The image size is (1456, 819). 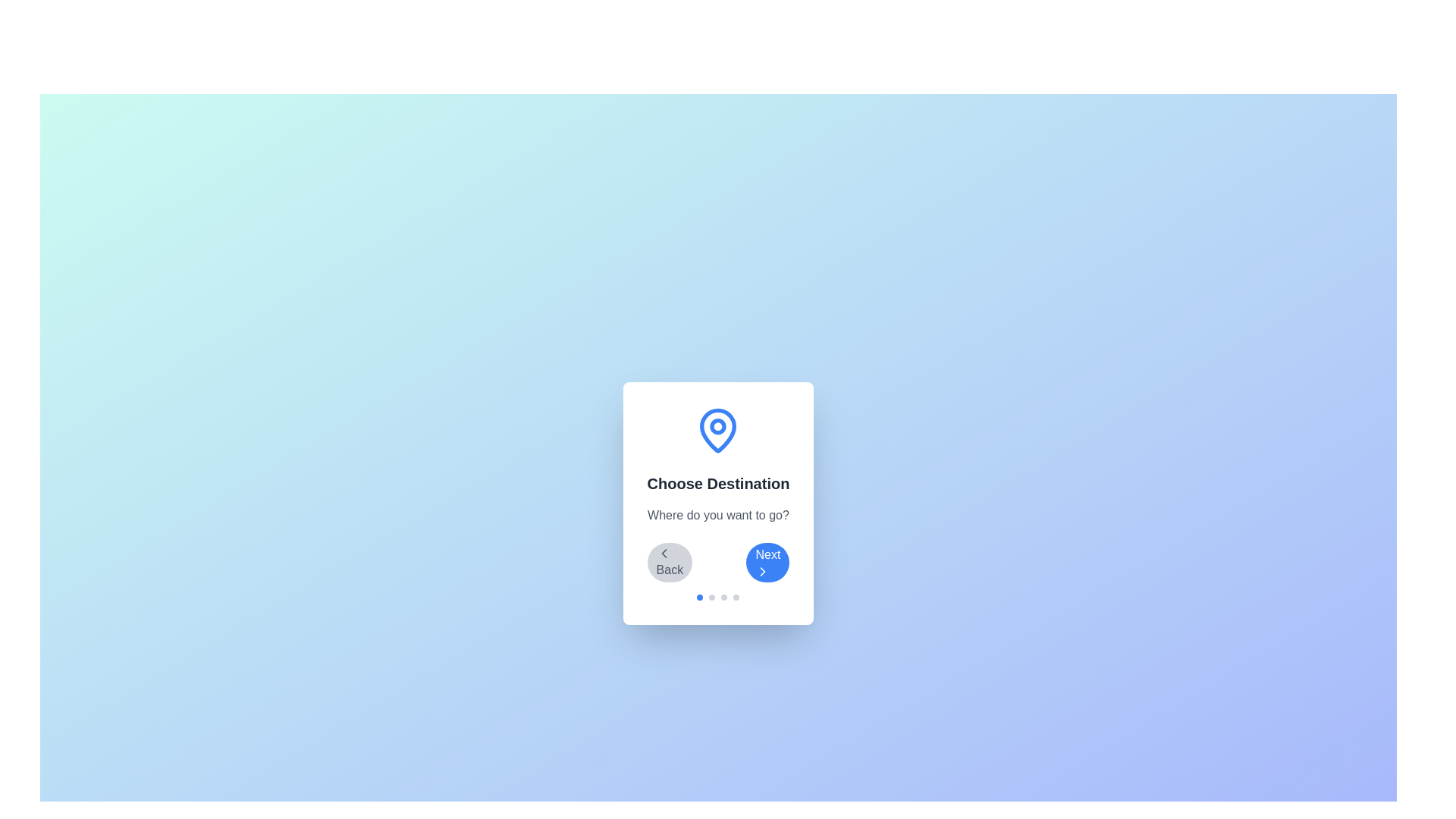 I want to click on the text 'Choose Destination' displayed in the component, so click(x=717, y=483).